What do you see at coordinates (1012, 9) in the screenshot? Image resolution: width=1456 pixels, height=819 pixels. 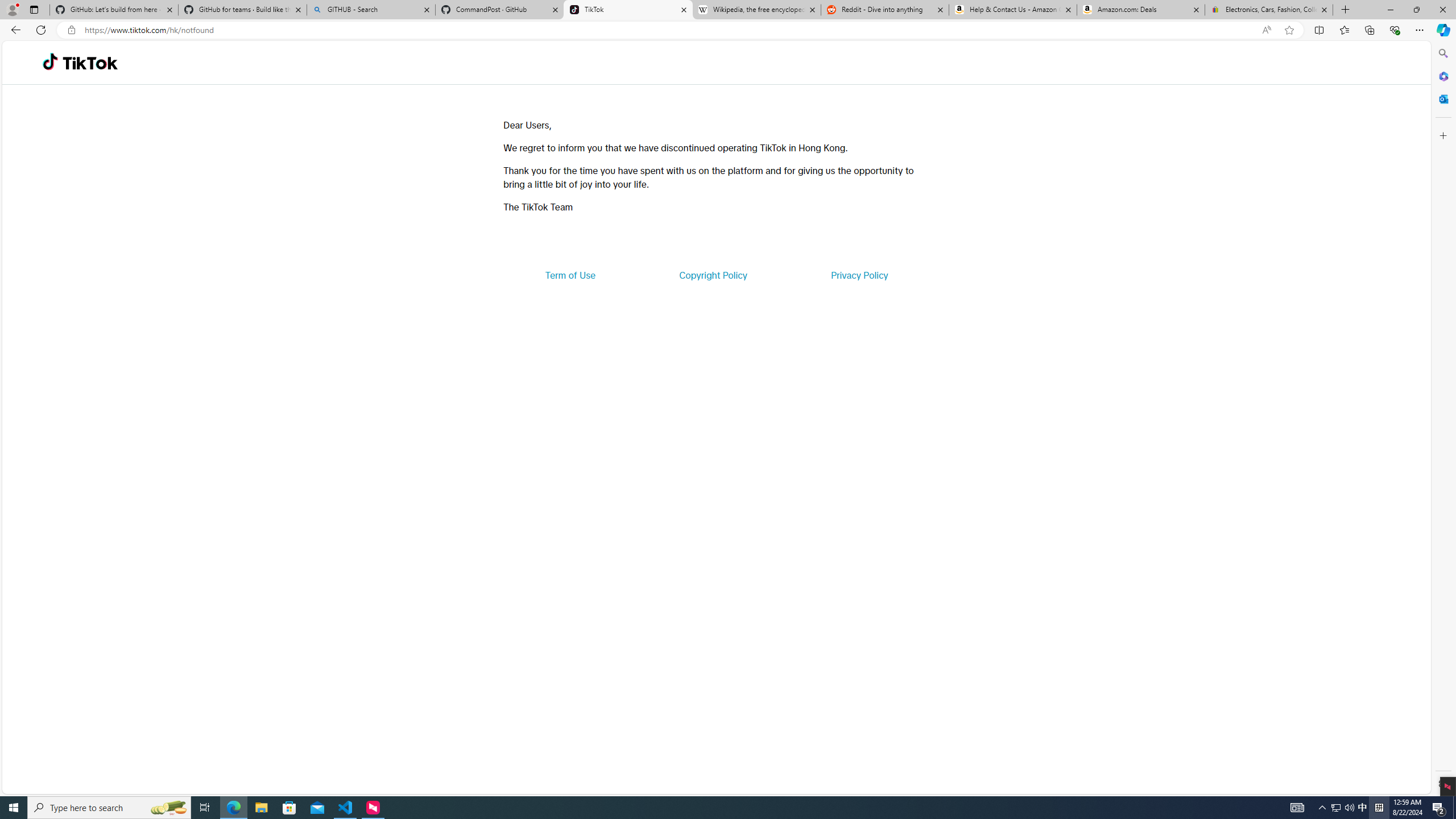 I see `'Help & Contact Us - Amazon Customer Service'` at bounding box center [1012, 9].